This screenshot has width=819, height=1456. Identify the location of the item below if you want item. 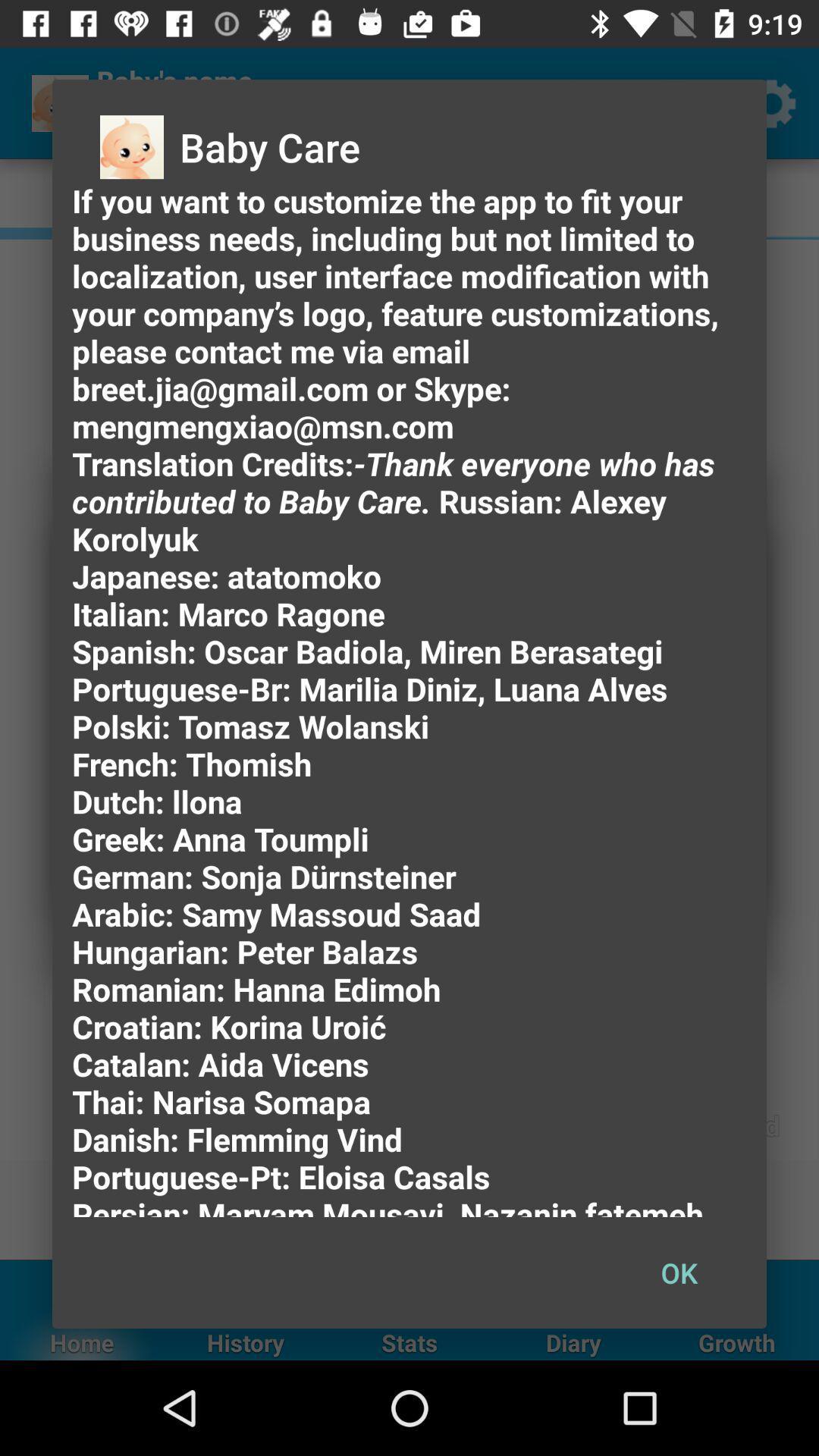
(678, 1272).